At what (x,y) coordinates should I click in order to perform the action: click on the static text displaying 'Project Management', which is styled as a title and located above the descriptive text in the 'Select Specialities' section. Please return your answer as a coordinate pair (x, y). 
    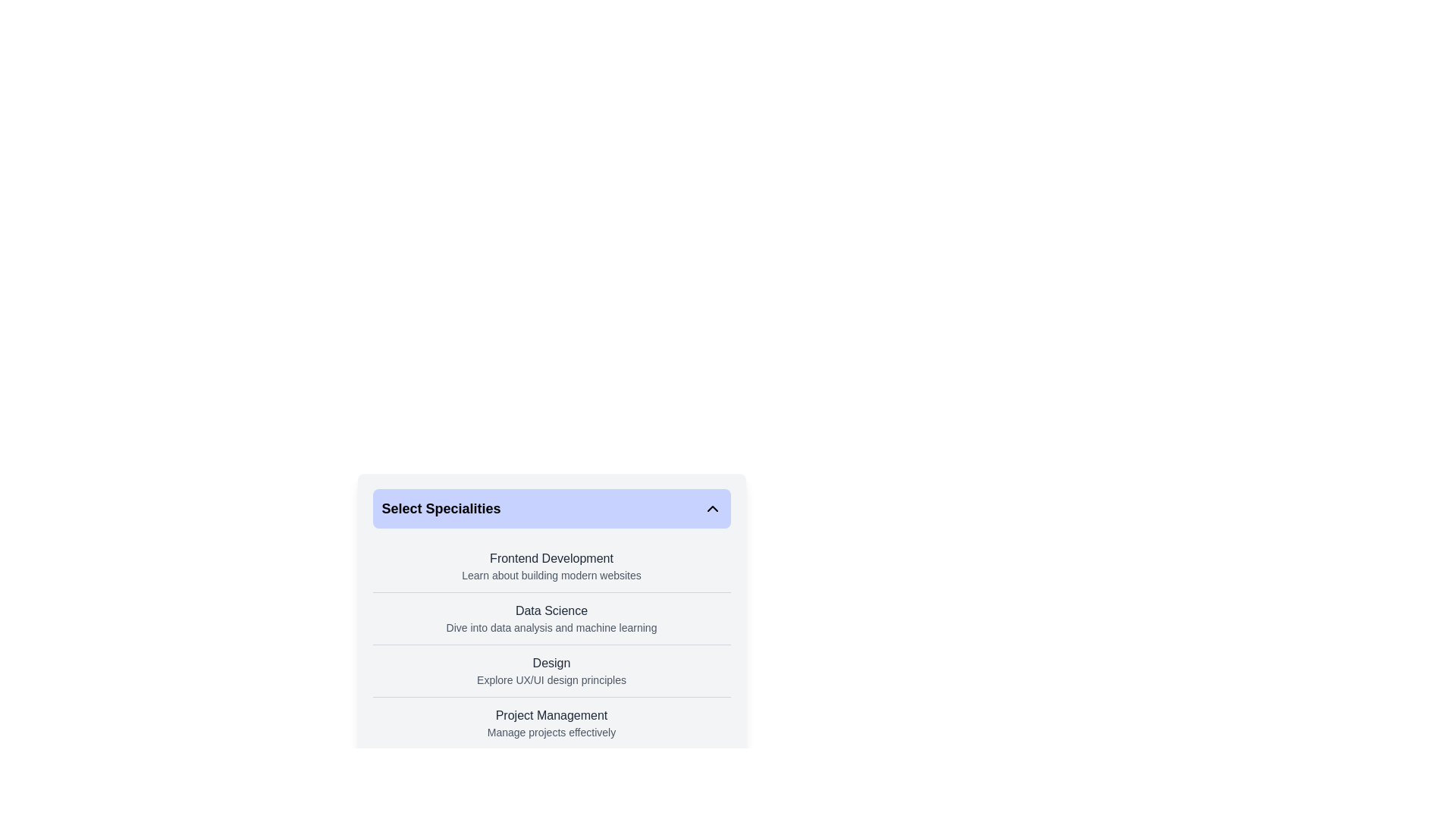
    Looking at the image, I should click on (551, 716).